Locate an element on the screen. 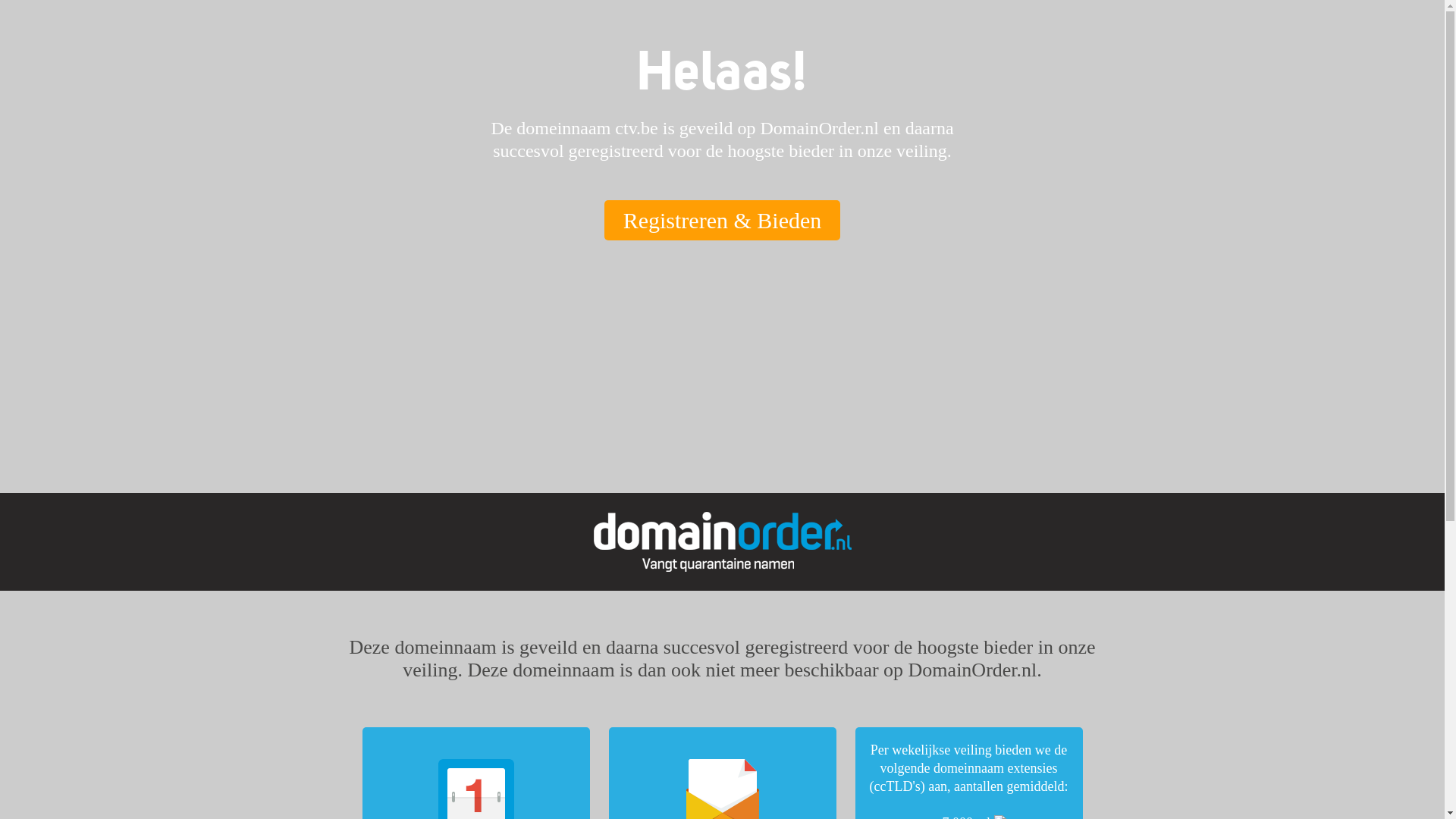 The height and width of the screenshot is (819, 1456). 'Registreren & Bieden' is located at coordinates (722, 216).